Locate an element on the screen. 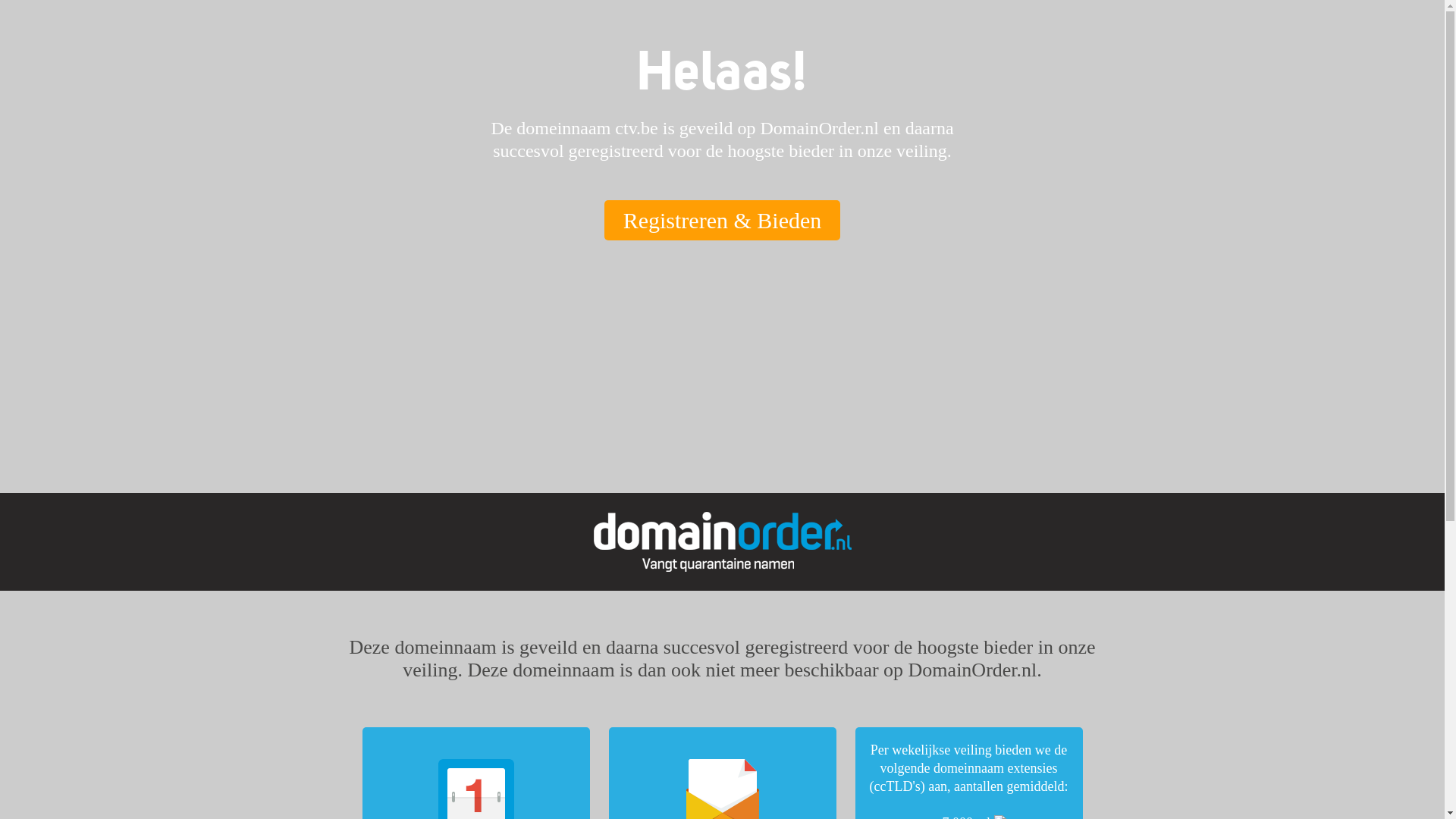 The height and width of the screenshot is (819, 1456). 'Registreren & Bieden' is located at coordinates (722, 216).